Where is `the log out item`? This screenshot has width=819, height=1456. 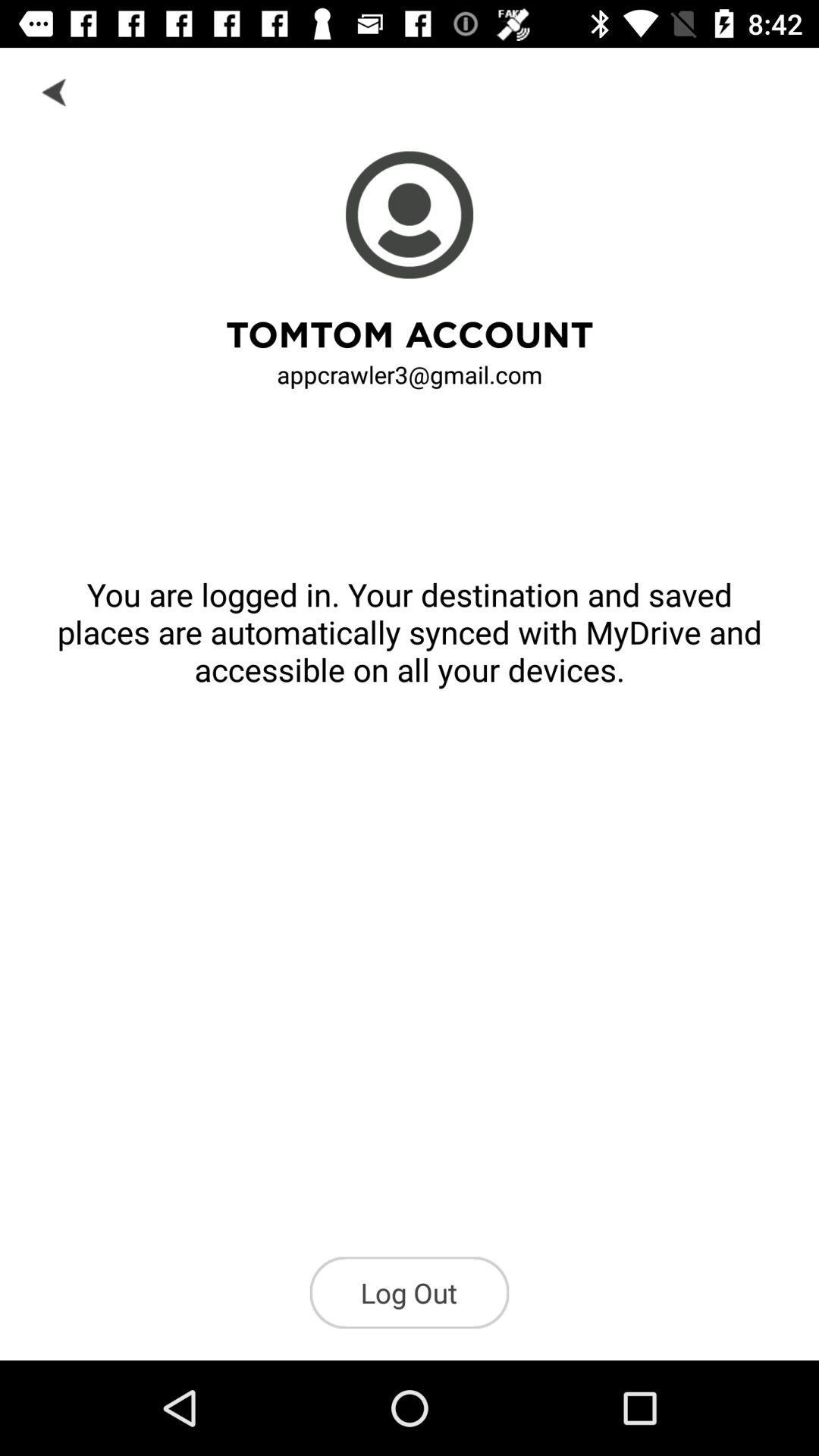 the log out item is located at coordinates (409, 1291).